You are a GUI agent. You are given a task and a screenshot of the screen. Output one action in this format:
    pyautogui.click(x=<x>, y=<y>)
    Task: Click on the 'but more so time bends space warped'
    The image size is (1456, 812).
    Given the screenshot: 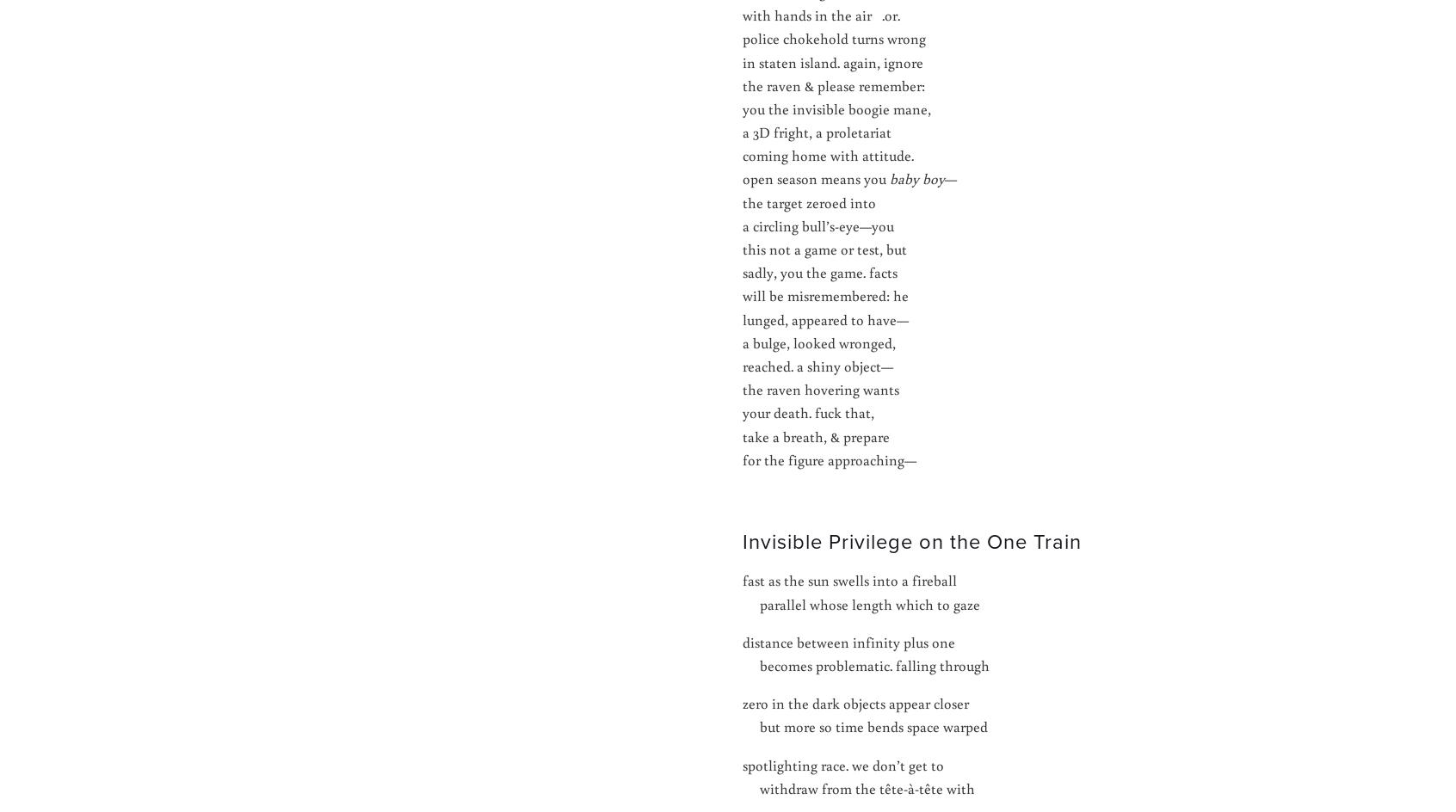 What is the action you would take?
    pyautogui.click(x=866, y=726)
    